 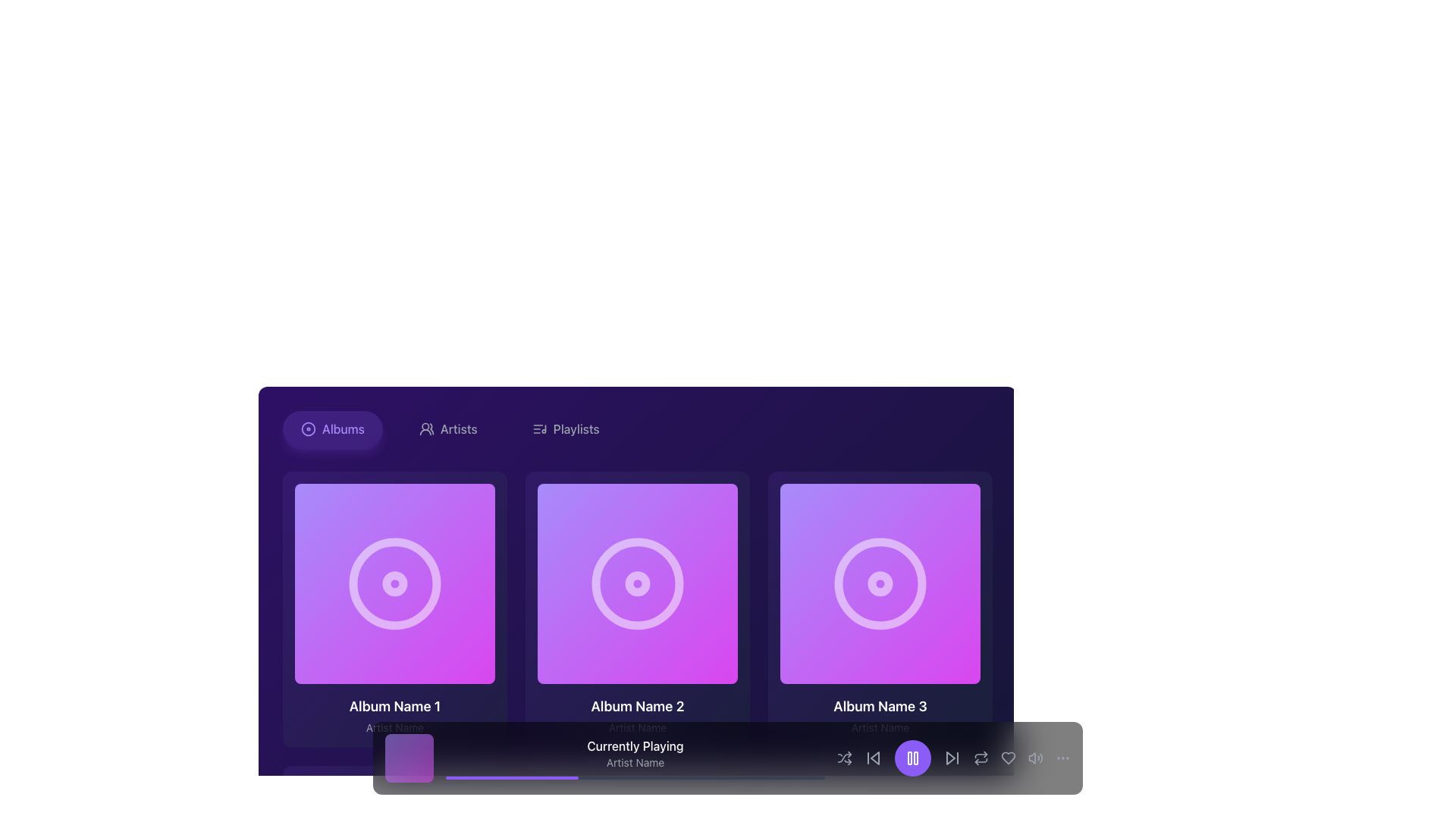 What do you see at coordinates (805, 778) in the screenshot?
I see `the slider` at bounding box center [805, 778].